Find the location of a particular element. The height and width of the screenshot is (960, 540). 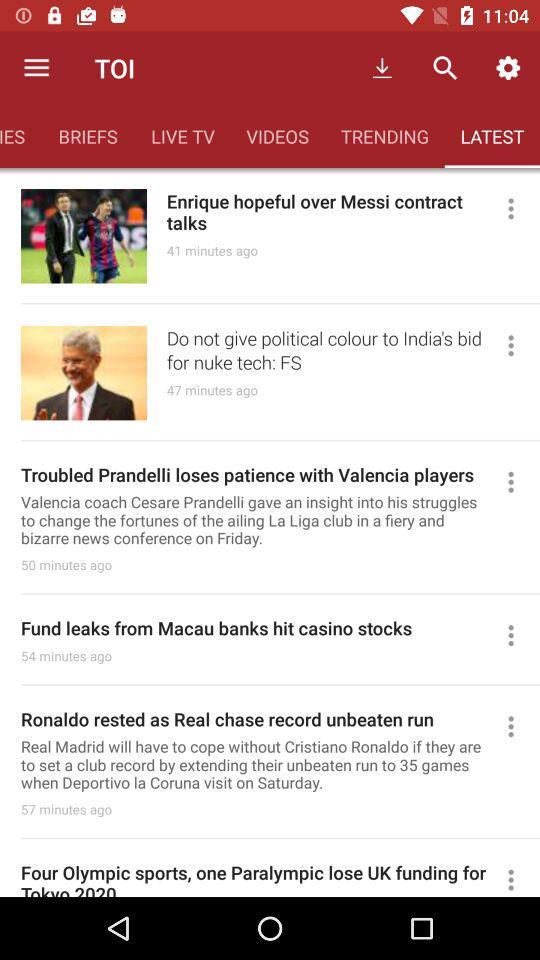

the first icon which is right to the text toi is located at coordinates (382, 68).